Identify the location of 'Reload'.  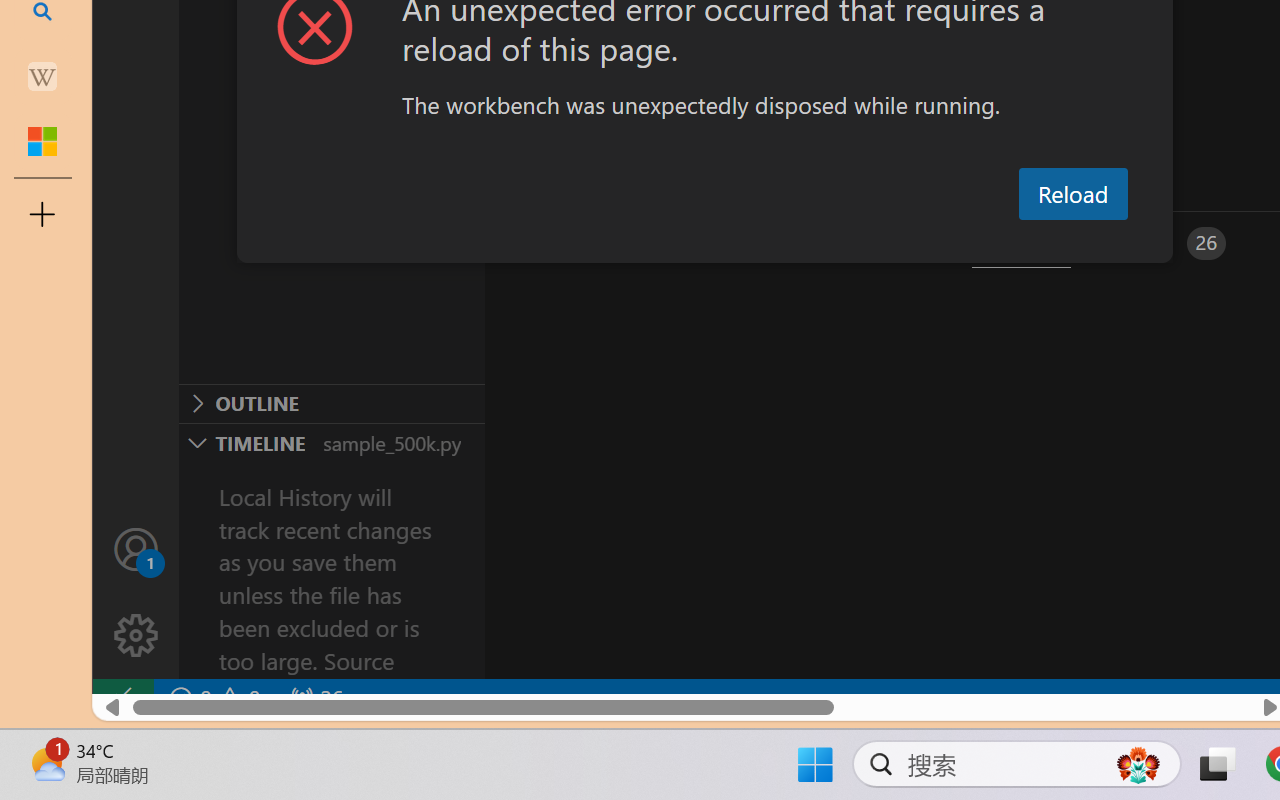
(1071, 192).